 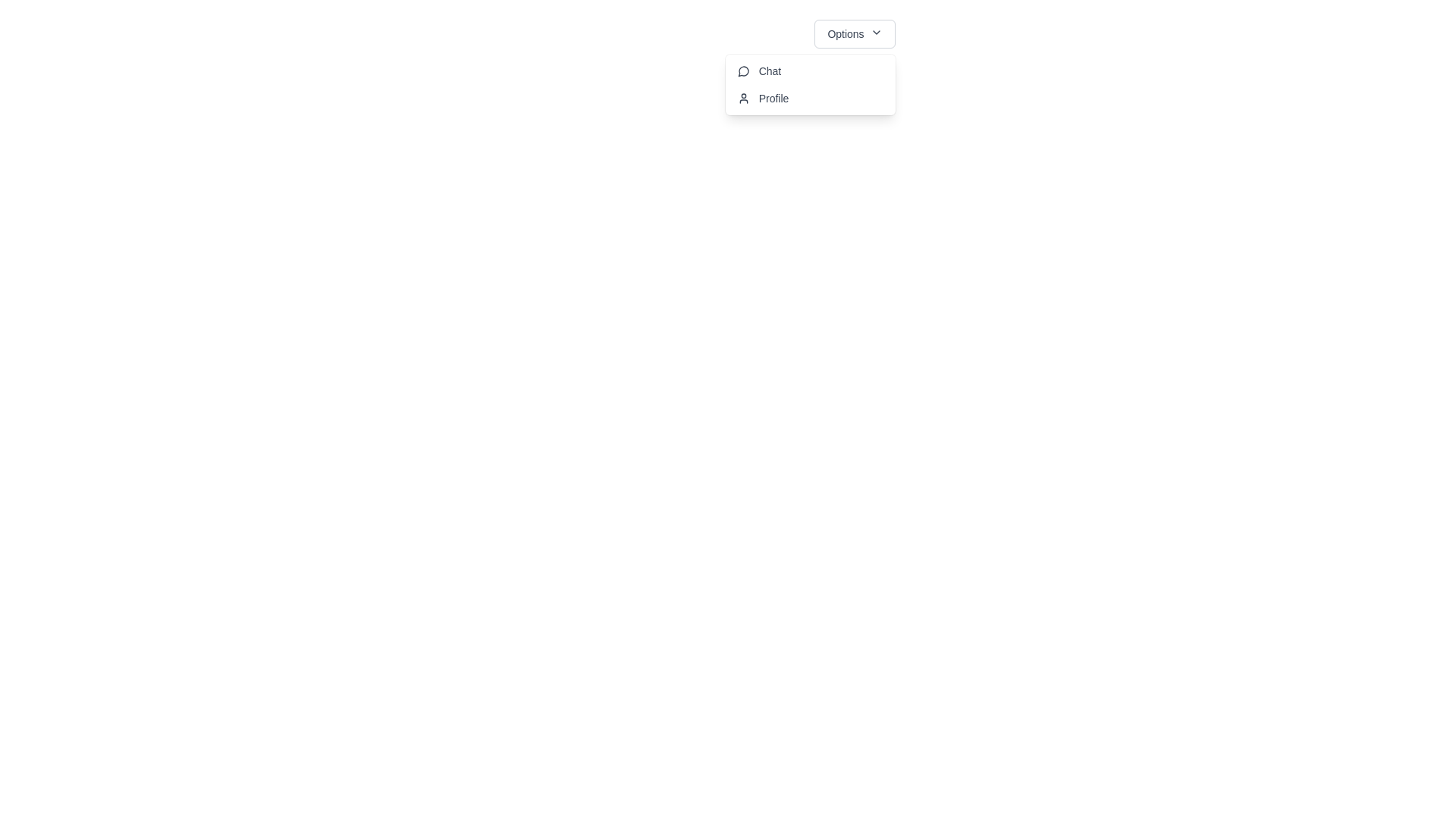 I want to click on the downward-pointing chevron icon located to the right of the 'Options' button, which has a light gray background and rounded corners, so click(x=876, y=32).